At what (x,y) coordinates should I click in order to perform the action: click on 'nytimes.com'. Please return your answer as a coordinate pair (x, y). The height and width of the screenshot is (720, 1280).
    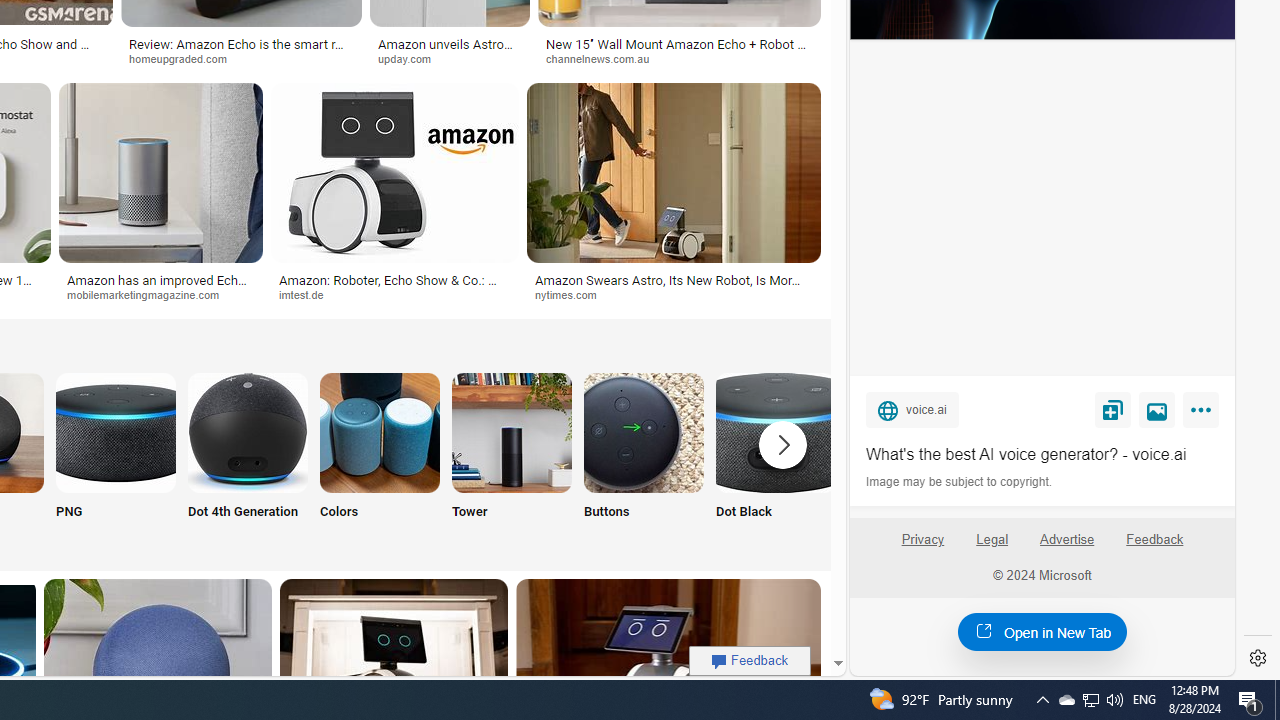
    Looking at the image, I should click on (673, 295).